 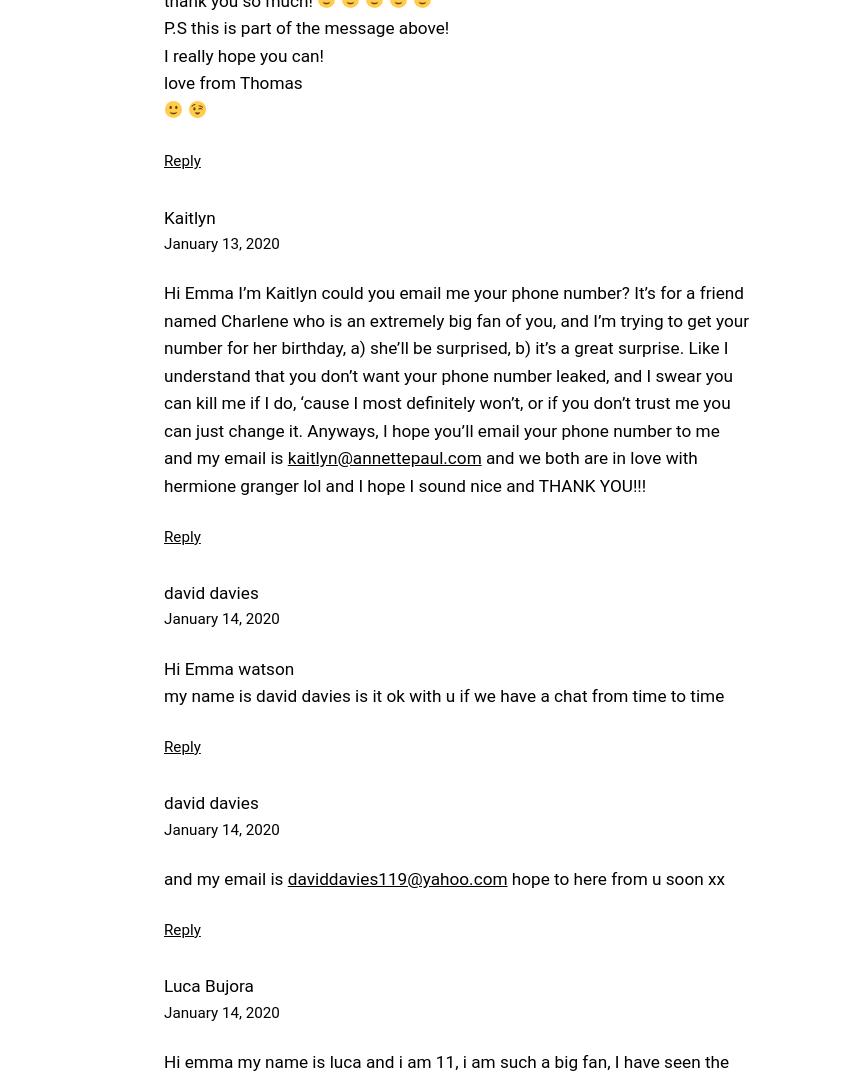 I want to click on 'Luca Bujora', so click(x=207, y=985).